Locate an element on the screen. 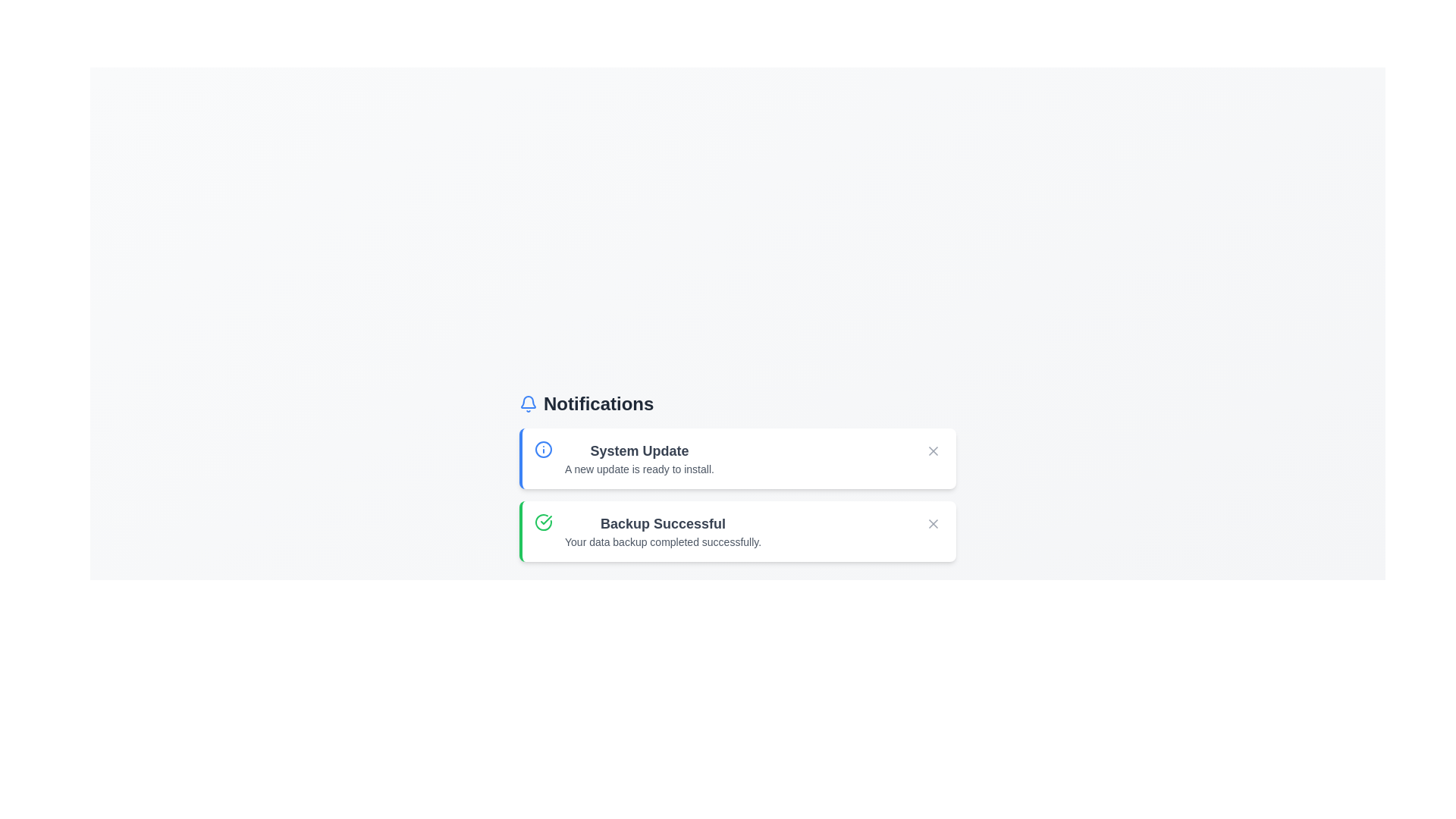  the green checkmark icon within the 'Backup Successful' notification card, which is styled as a circular badge is located at coordinates (546, 519).